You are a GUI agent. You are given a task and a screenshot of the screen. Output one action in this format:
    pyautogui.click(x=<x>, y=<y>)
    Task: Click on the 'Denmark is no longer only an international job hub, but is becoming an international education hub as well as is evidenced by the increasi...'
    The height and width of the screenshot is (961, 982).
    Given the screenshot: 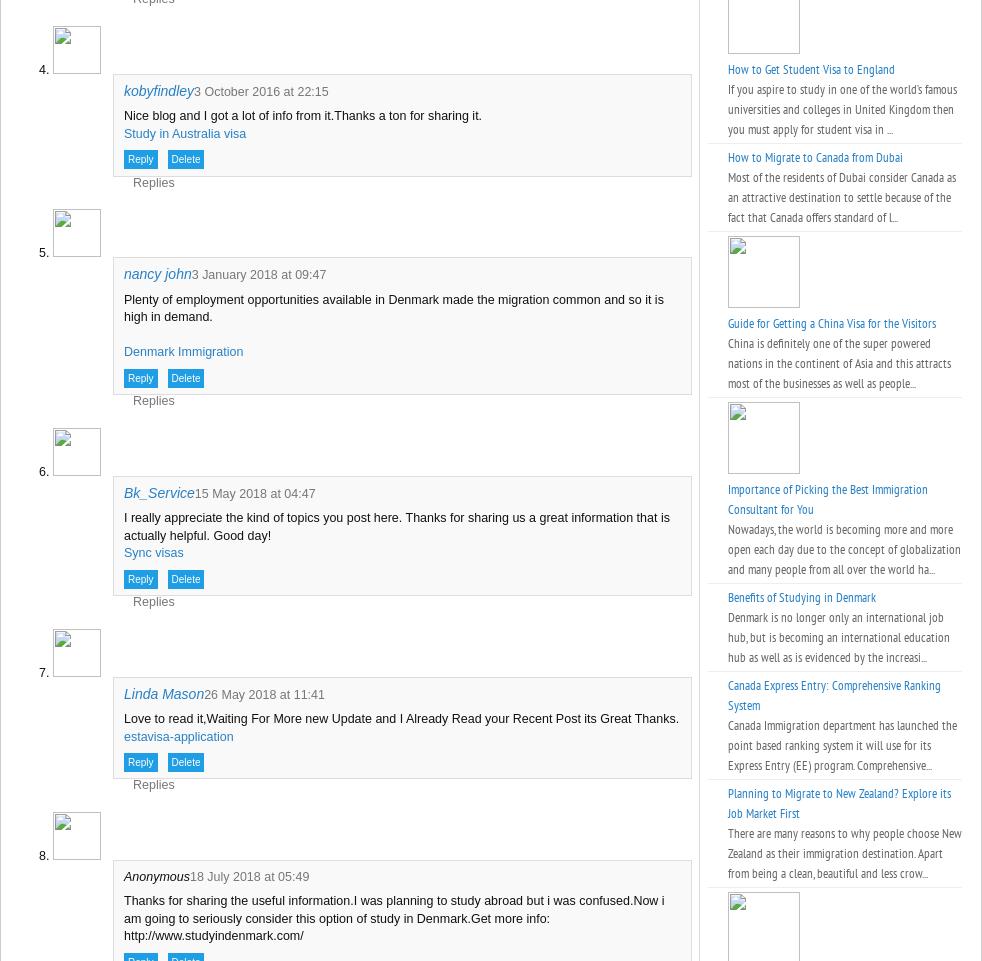 What is the action you would take?
    pyautogui.click(x=839, y=637)
    